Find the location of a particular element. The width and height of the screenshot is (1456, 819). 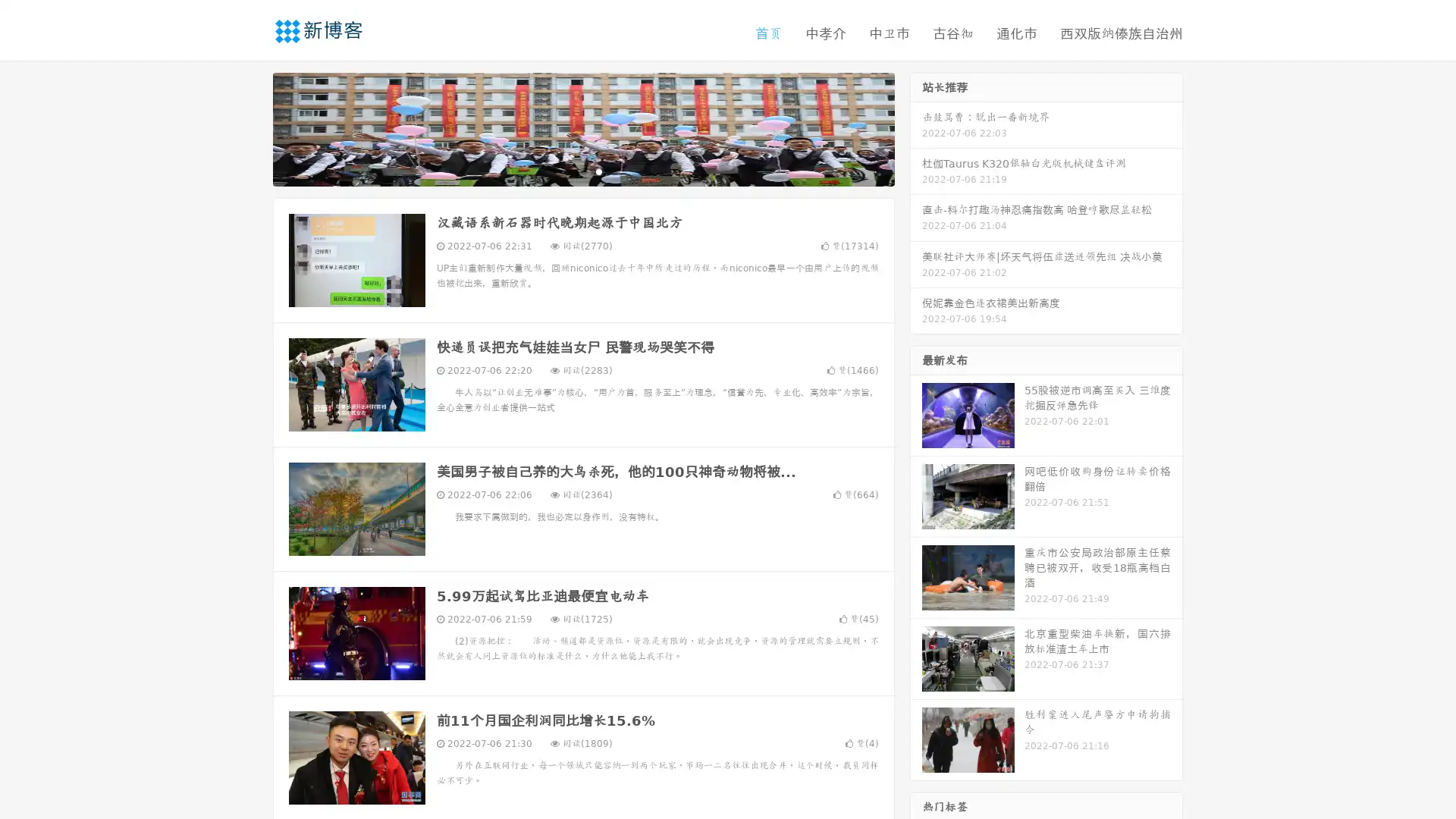

Go to slide 1 is located at coordinates (567, 171).